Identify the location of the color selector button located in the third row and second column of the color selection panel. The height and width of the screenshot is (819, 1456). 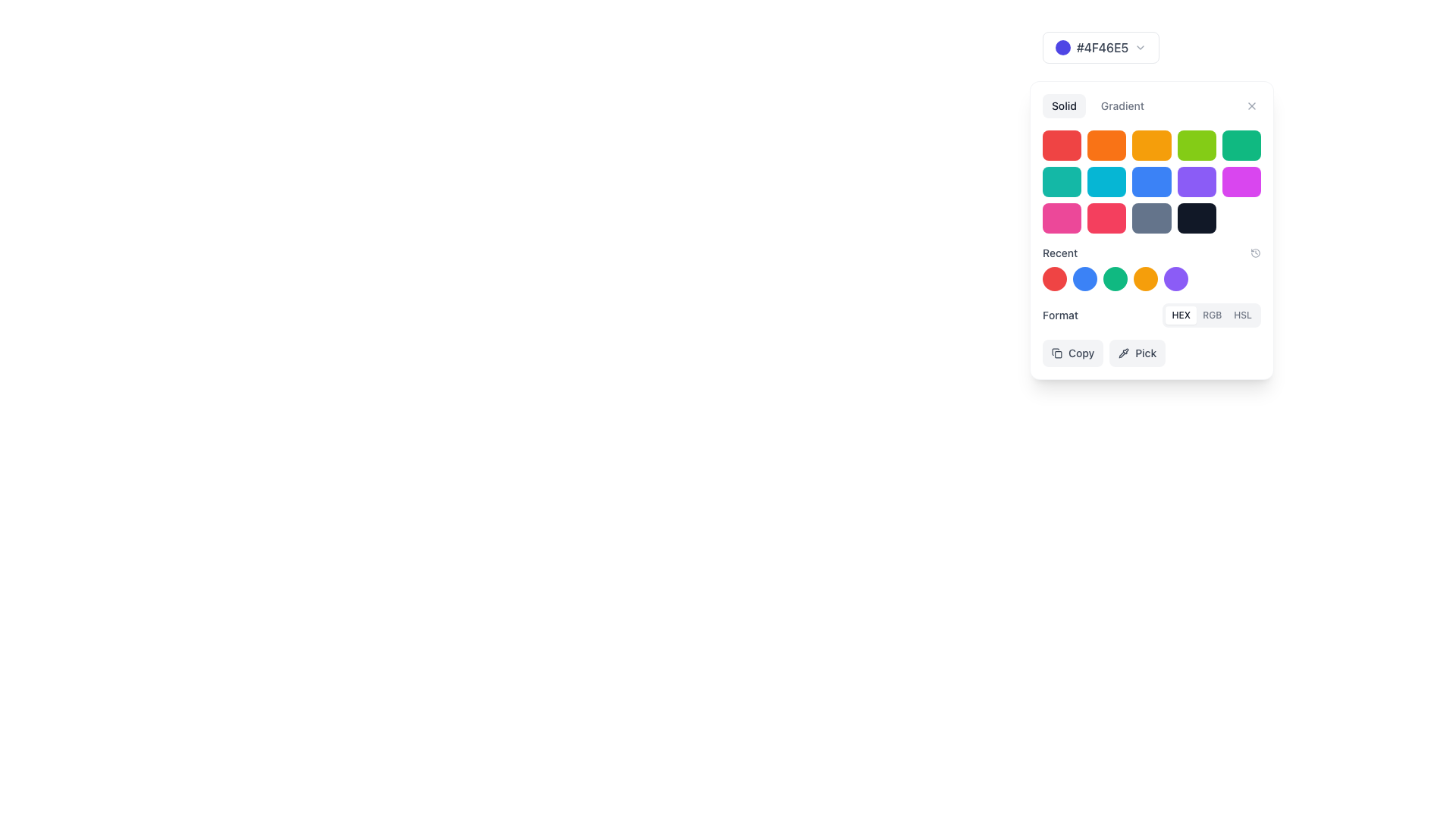
(1106, 218).